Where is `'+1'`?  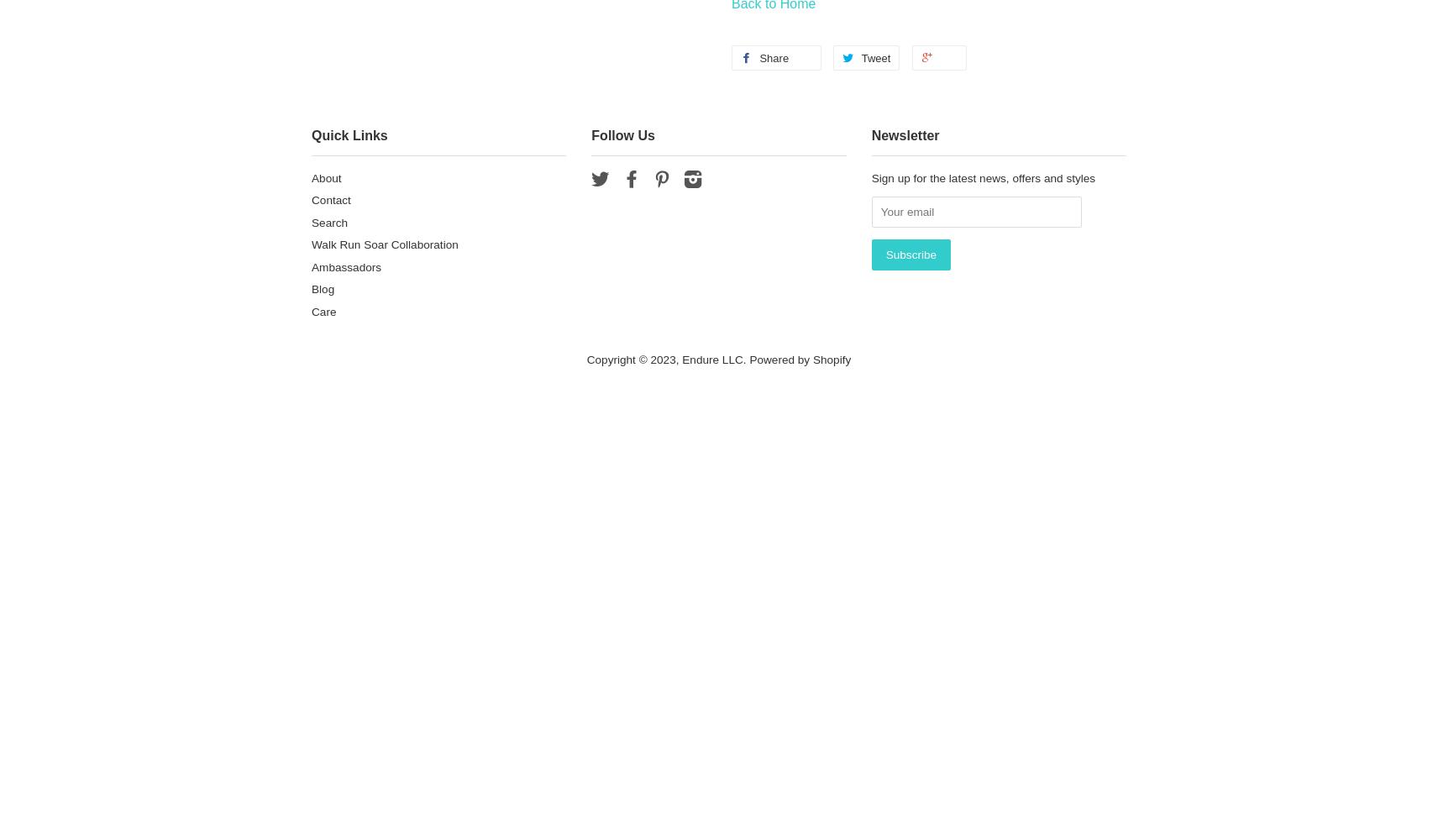 '+1' is located at coordinates (947, 57).